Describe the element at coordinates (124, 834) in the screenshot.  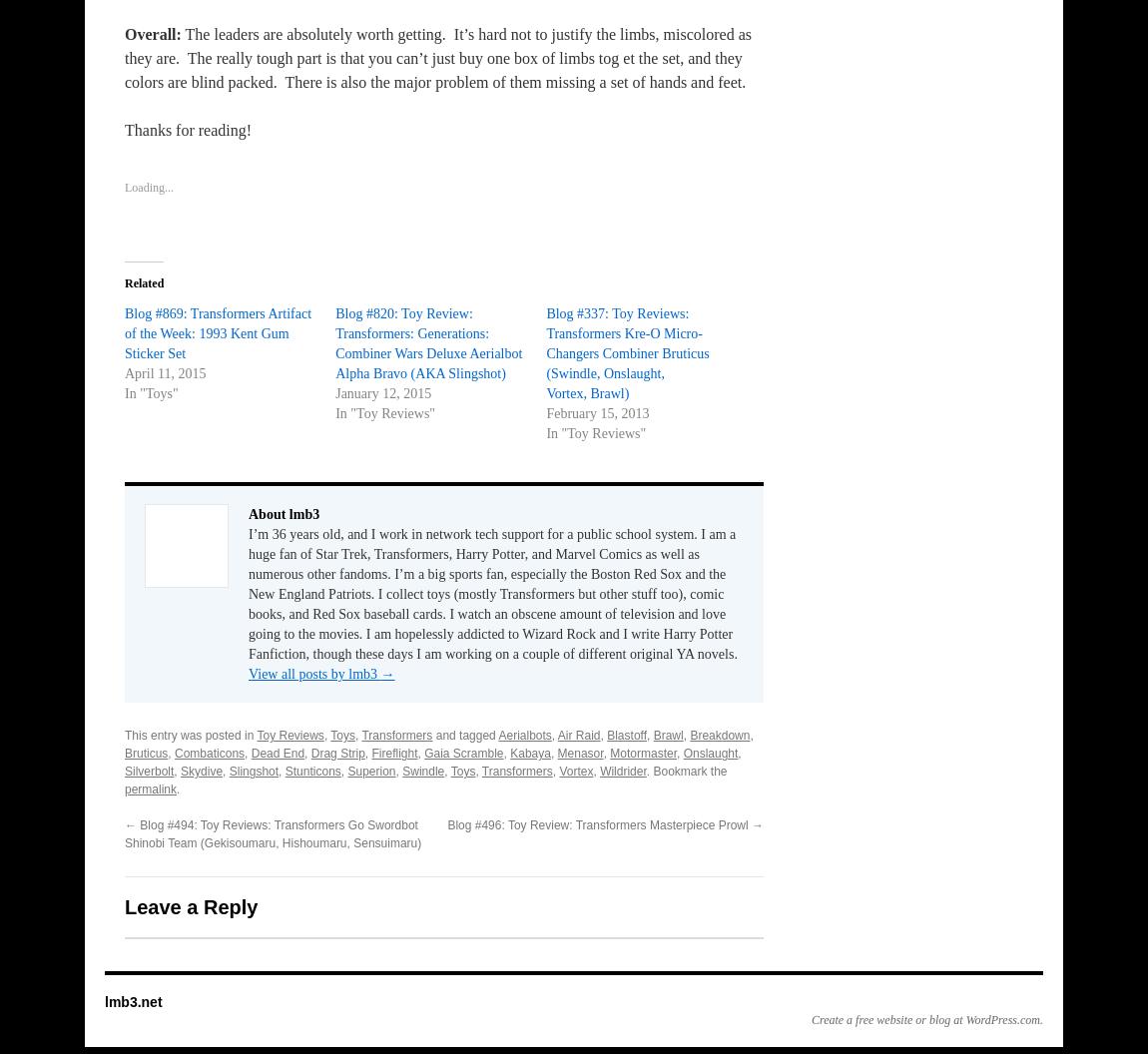
I see `'Blog #494: Toy Reviews: Transformers Go Swordbot Shinobi Team (Gekisoumaru, Hishoumaru, Sensuimaru)'` at that location.